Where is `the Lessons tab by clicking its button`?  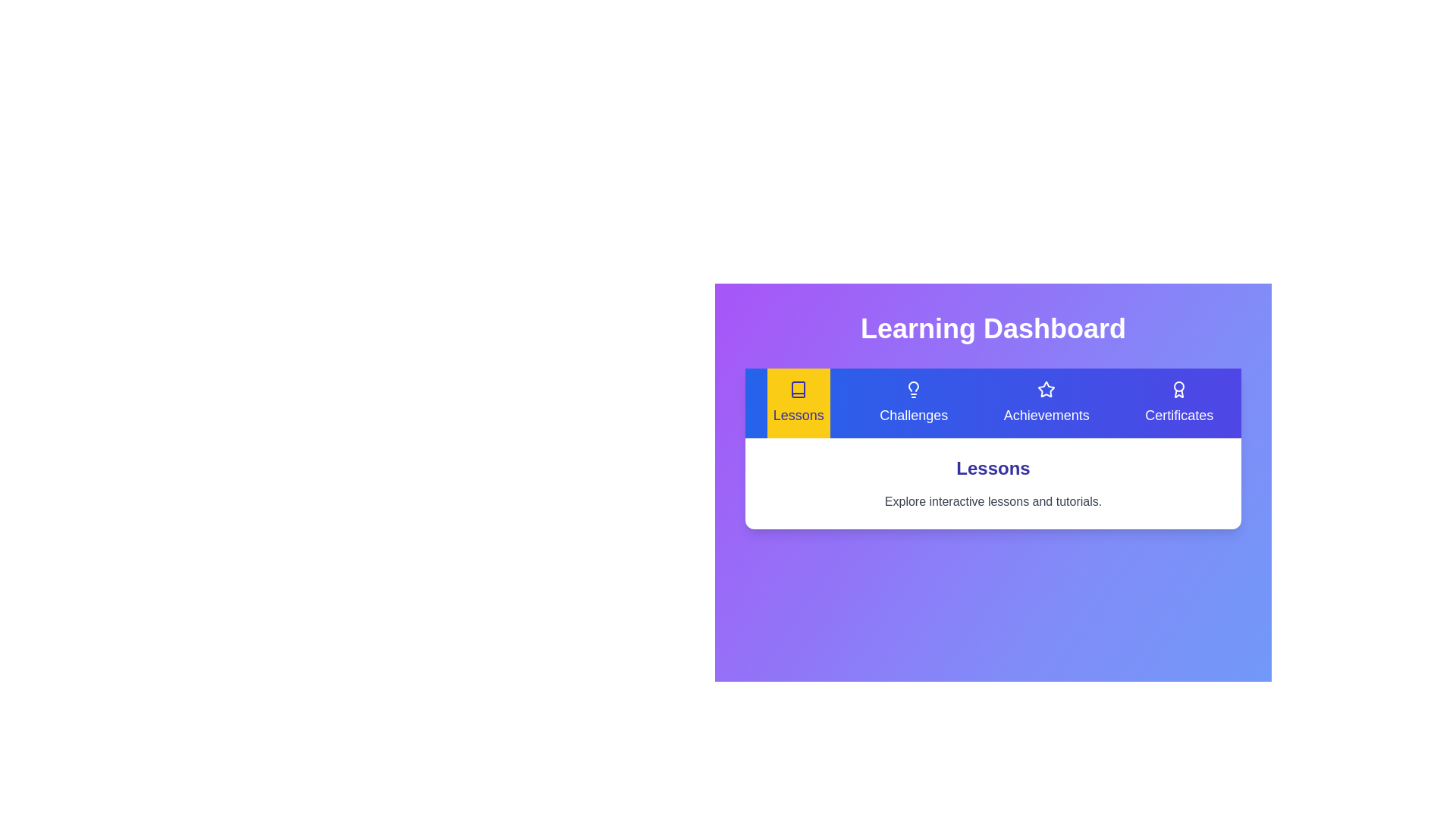
the Lessons tab by clicking its button is located at coordinates (797, 403).